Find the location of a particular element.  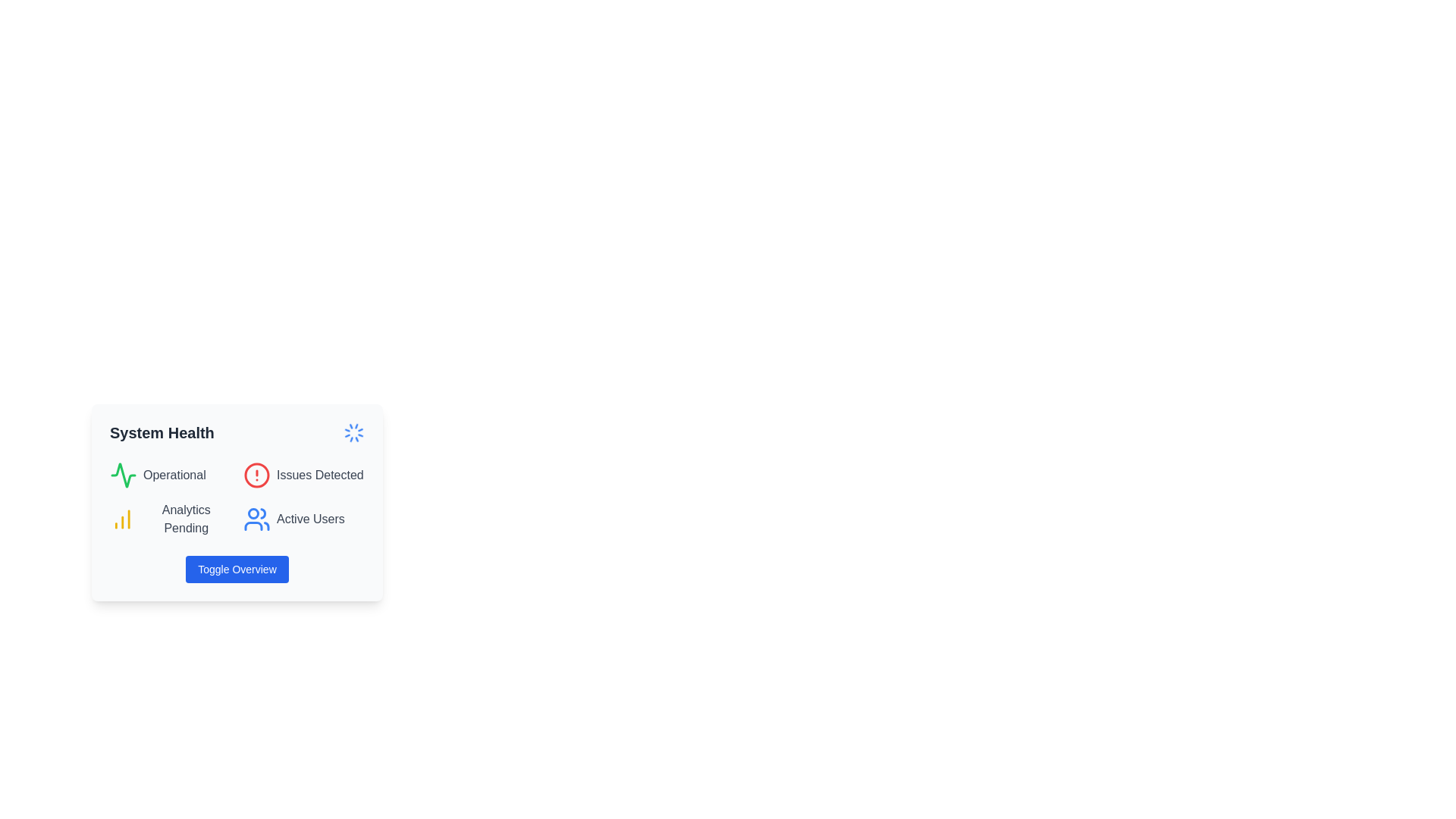

the vertical bar chart icon with three yellow bars, which is positioned to the left of the text 'Analytics Pending' in the bottom-left quadrant of the 'System Health' card is located at coordinates (122, 519).